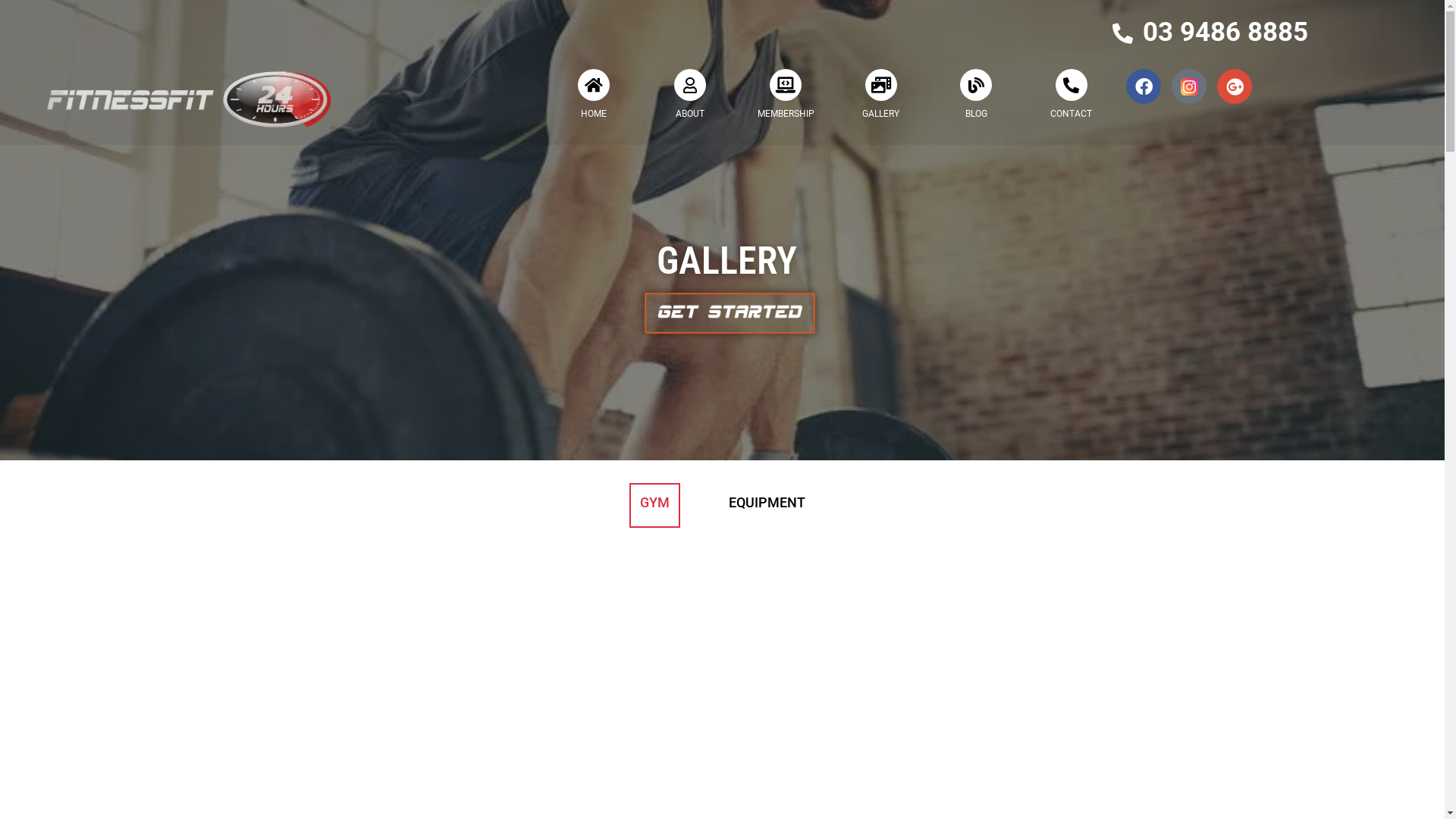 The width and height of the screenshot is (1456, 819). I want to click on 'MEMBERSHIP', so click(786, 113).